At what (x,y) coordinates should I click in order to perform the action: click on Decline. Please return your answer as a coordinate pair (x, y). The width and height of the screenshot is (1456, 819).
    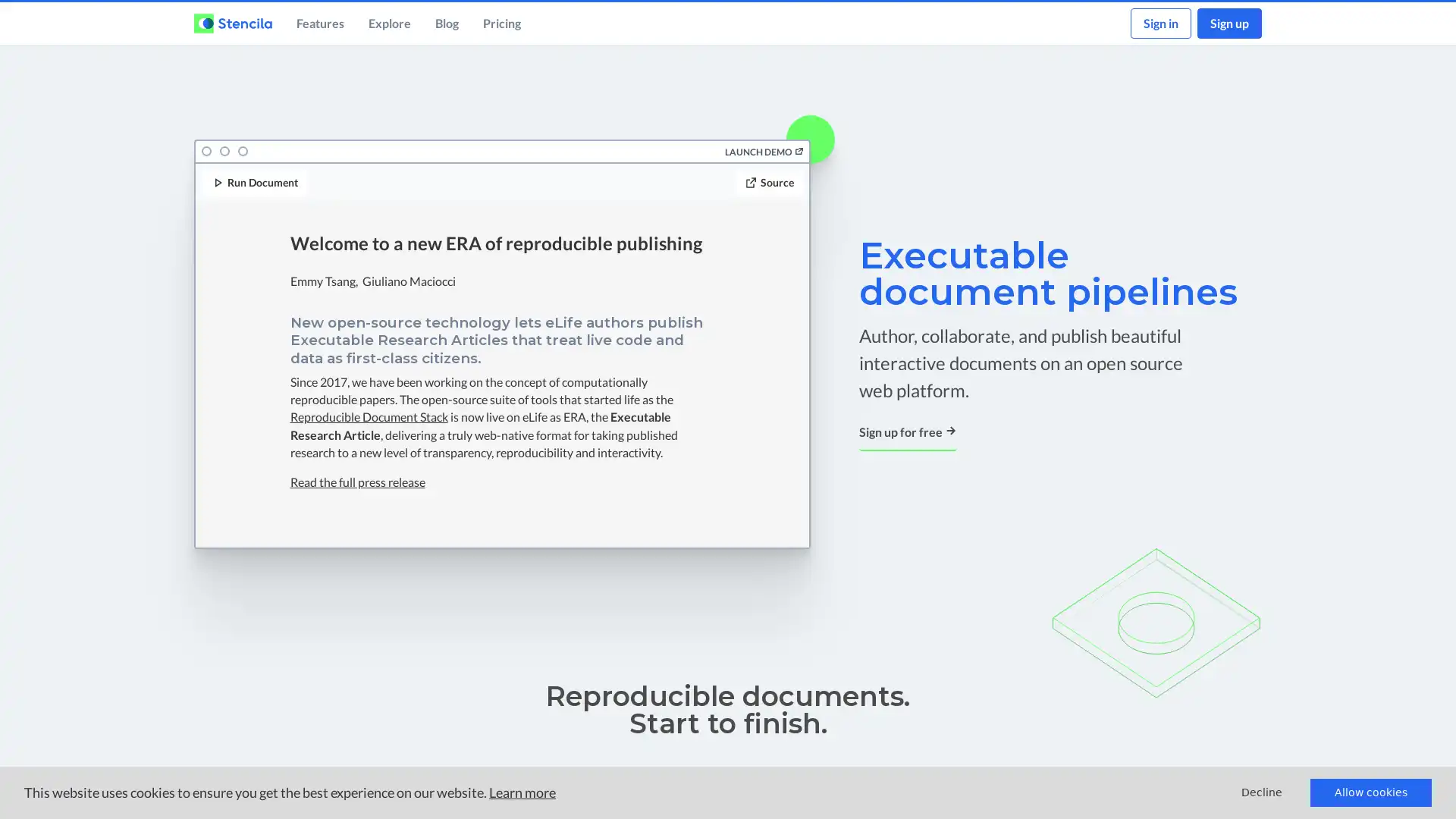
    Looking at the image, I should click on (1262, 792).